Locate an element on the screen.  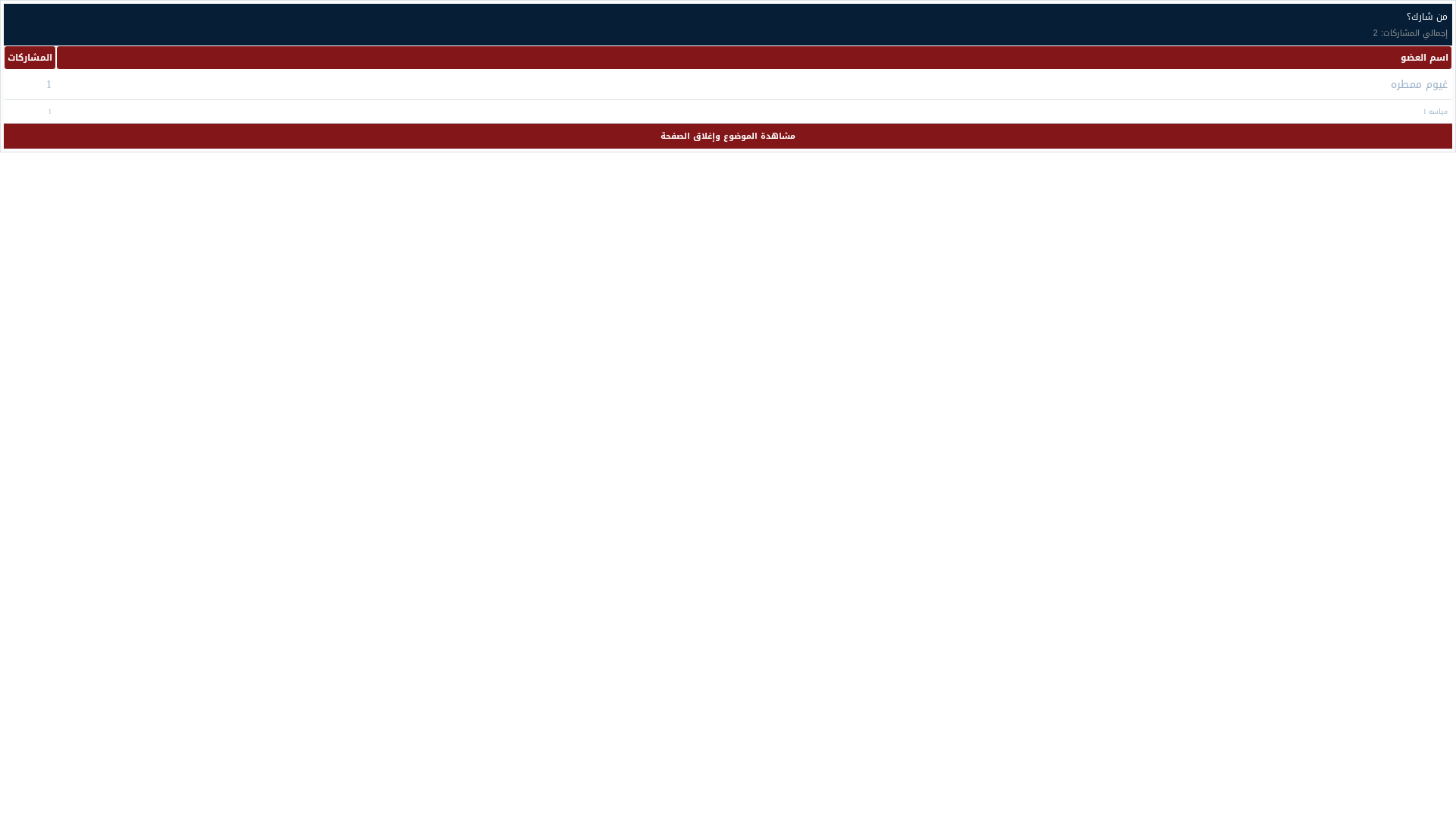
'1' is located at coordinates (50, 110).